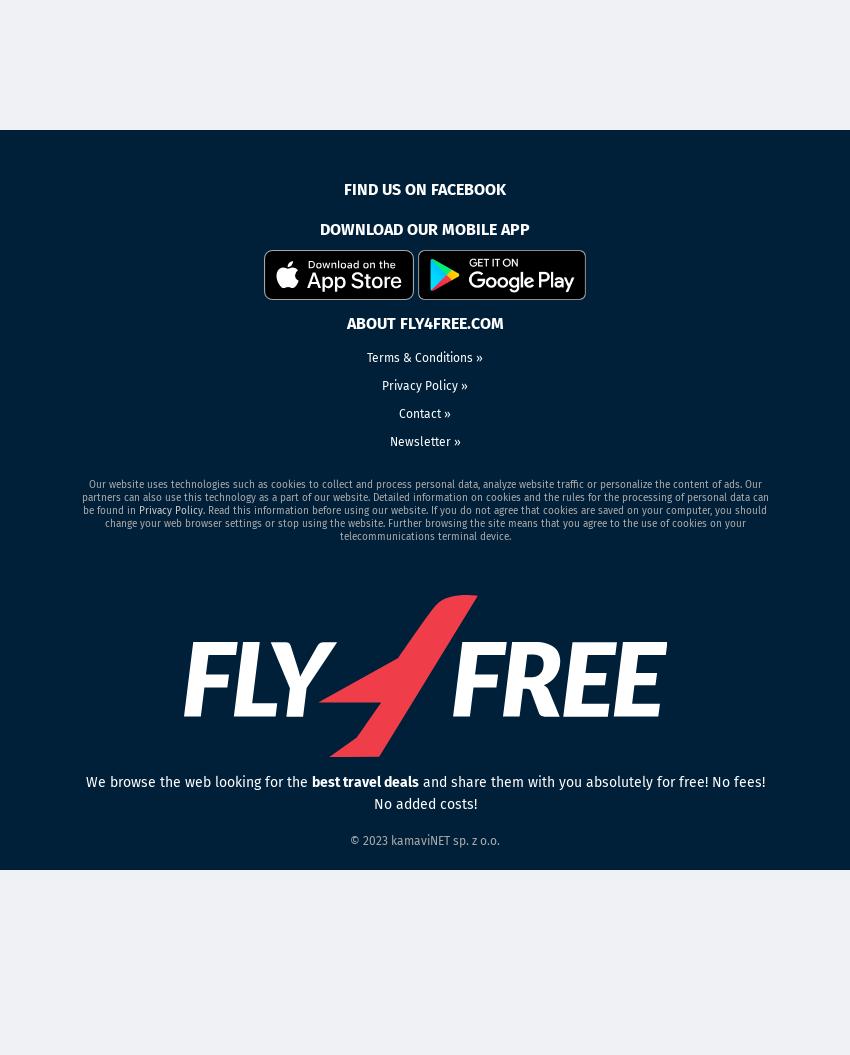 The height and width of the screenshot is (1055, 850). Describe the element at coordinates (425, 188) in the screenshot. I see `'Find us on Facebook'` at that location.